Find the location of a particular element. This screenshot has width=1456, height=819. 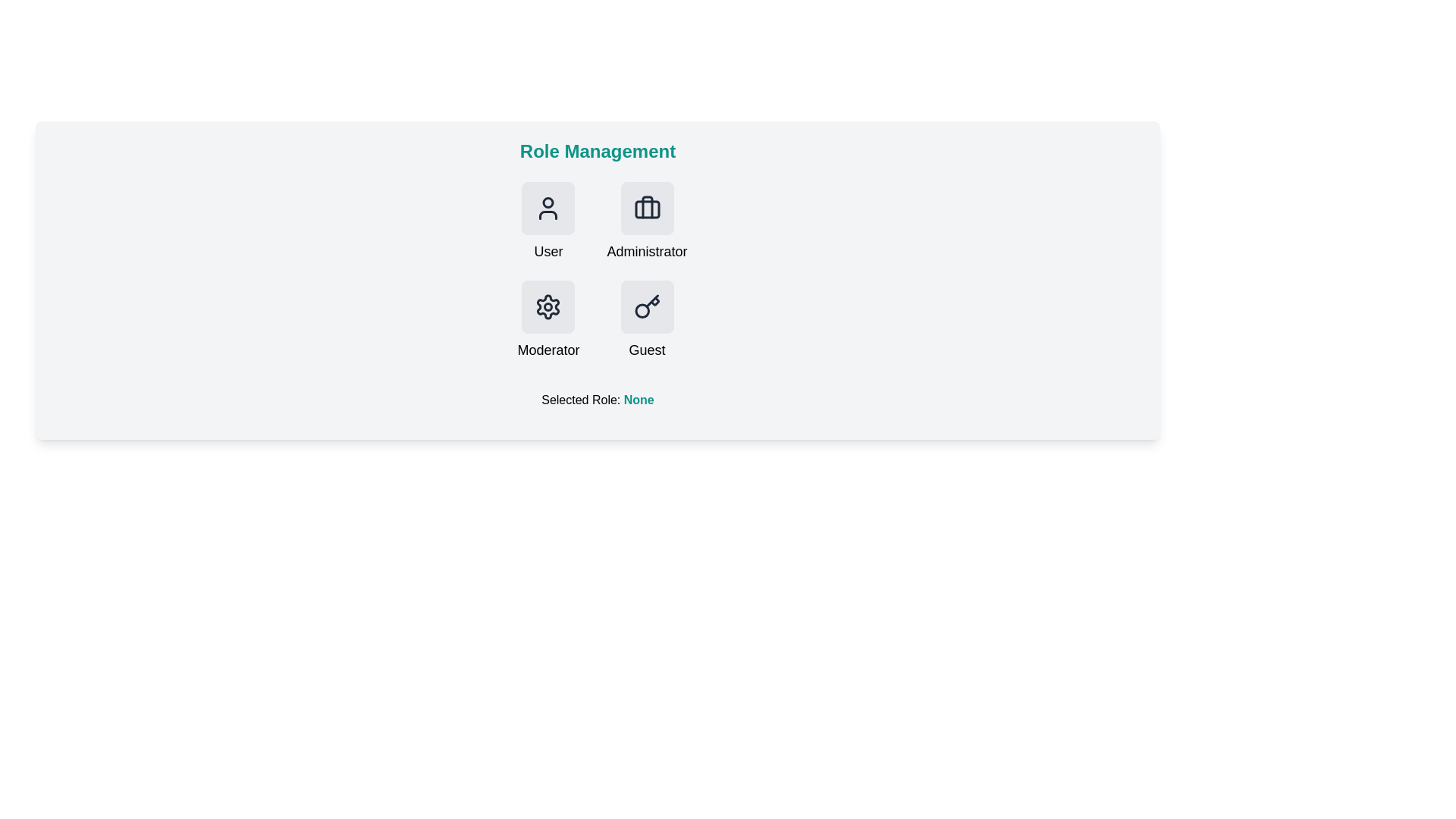

the gear-like icon representing configuration or settings, located in the bottom-left 'Moderator' icon block under 'Role Management' is located at coordinates (548, 307).